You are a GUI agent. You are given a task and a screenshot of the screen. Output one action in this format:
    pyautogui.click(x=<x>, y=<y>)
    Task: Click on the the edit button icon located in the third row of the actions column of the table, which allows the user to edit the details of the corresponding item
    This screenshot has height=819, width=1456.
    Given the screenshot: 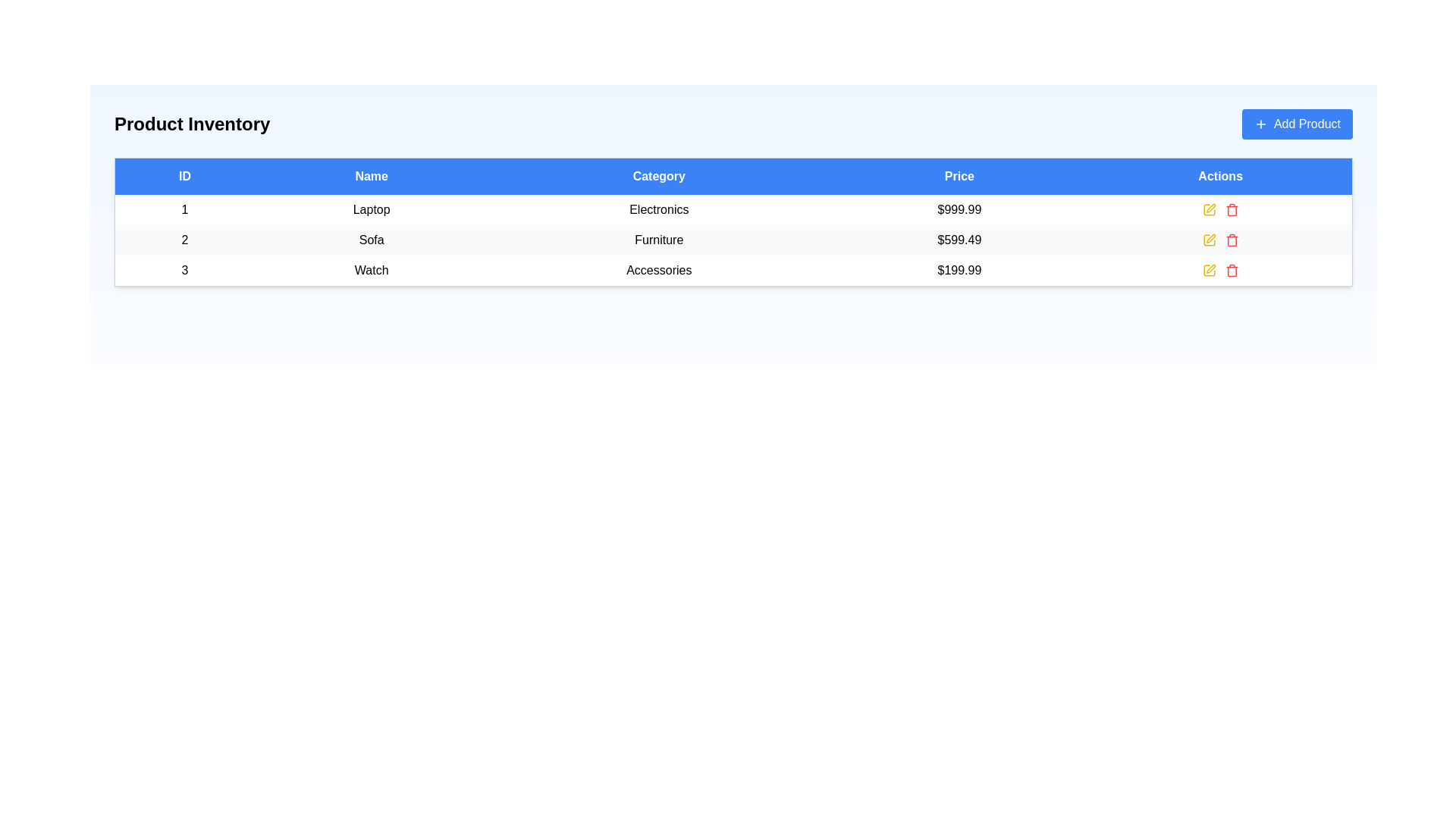 What is the action you would take?
    pyautogui.click(x=1208, y=270)
    